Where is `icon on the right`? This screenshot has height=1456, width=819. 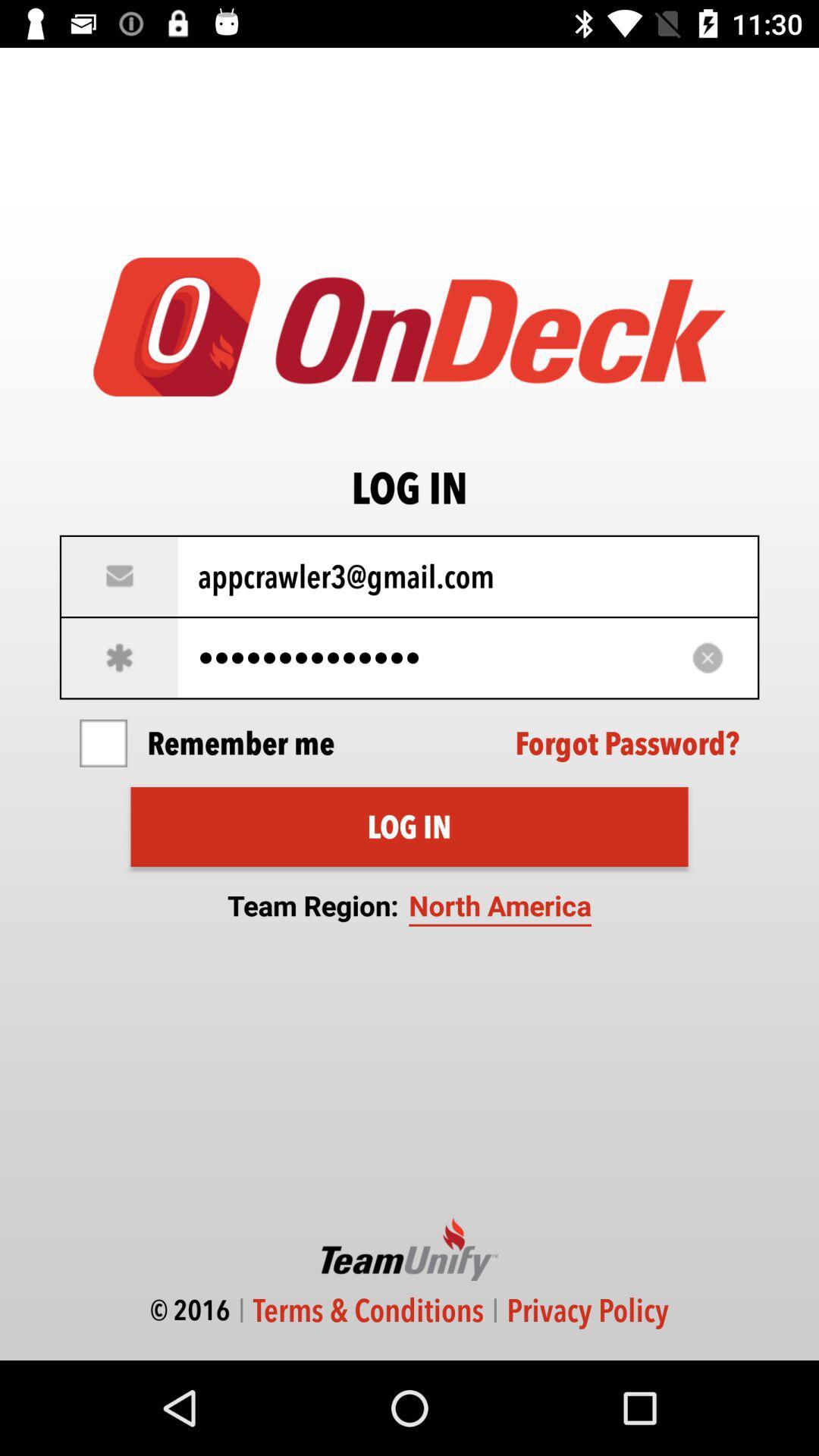
icon on the right is located at coordinates (627, 743).